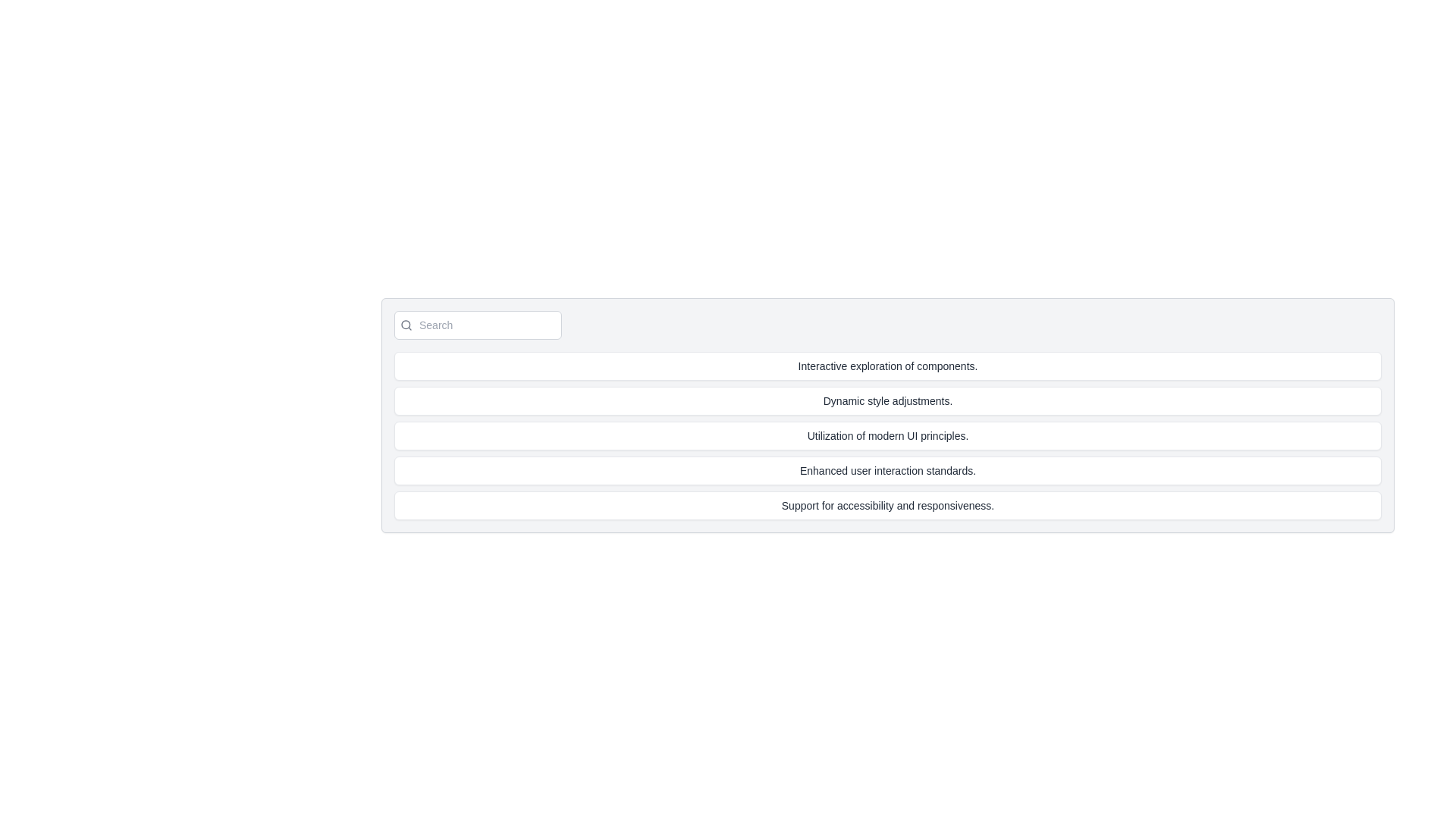 The width and height of the screenshot is (1456, 819). What do you see at coordinates (866, 435) in the screenshot?
I see `the minimal rectangular region located at the end of the line 'Utilization of modern UI principles.', just after 'of'` at bounding box center [866, 435].